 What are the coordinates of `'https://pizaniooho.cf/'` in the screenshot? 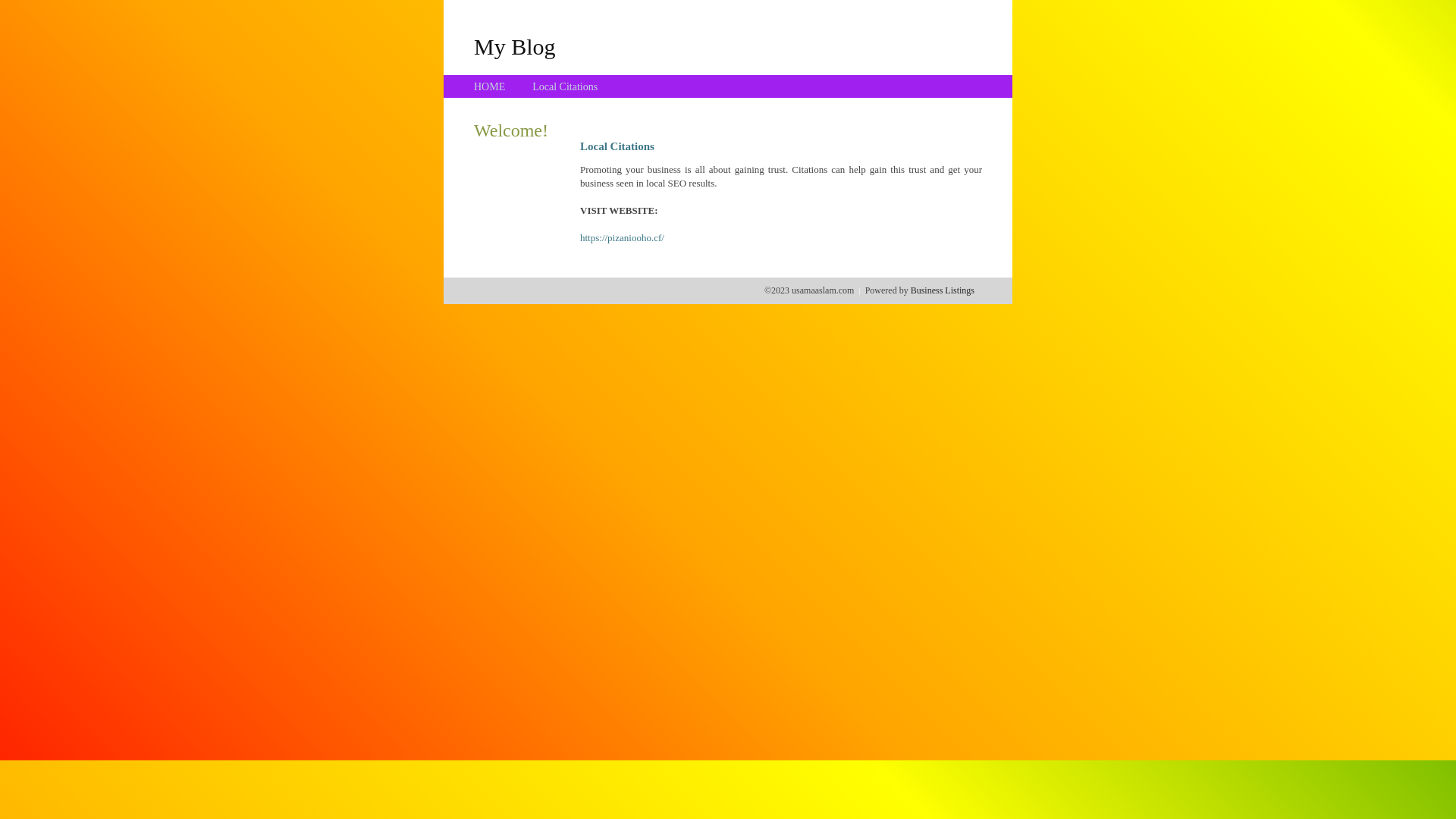 It's located at (622, 237).